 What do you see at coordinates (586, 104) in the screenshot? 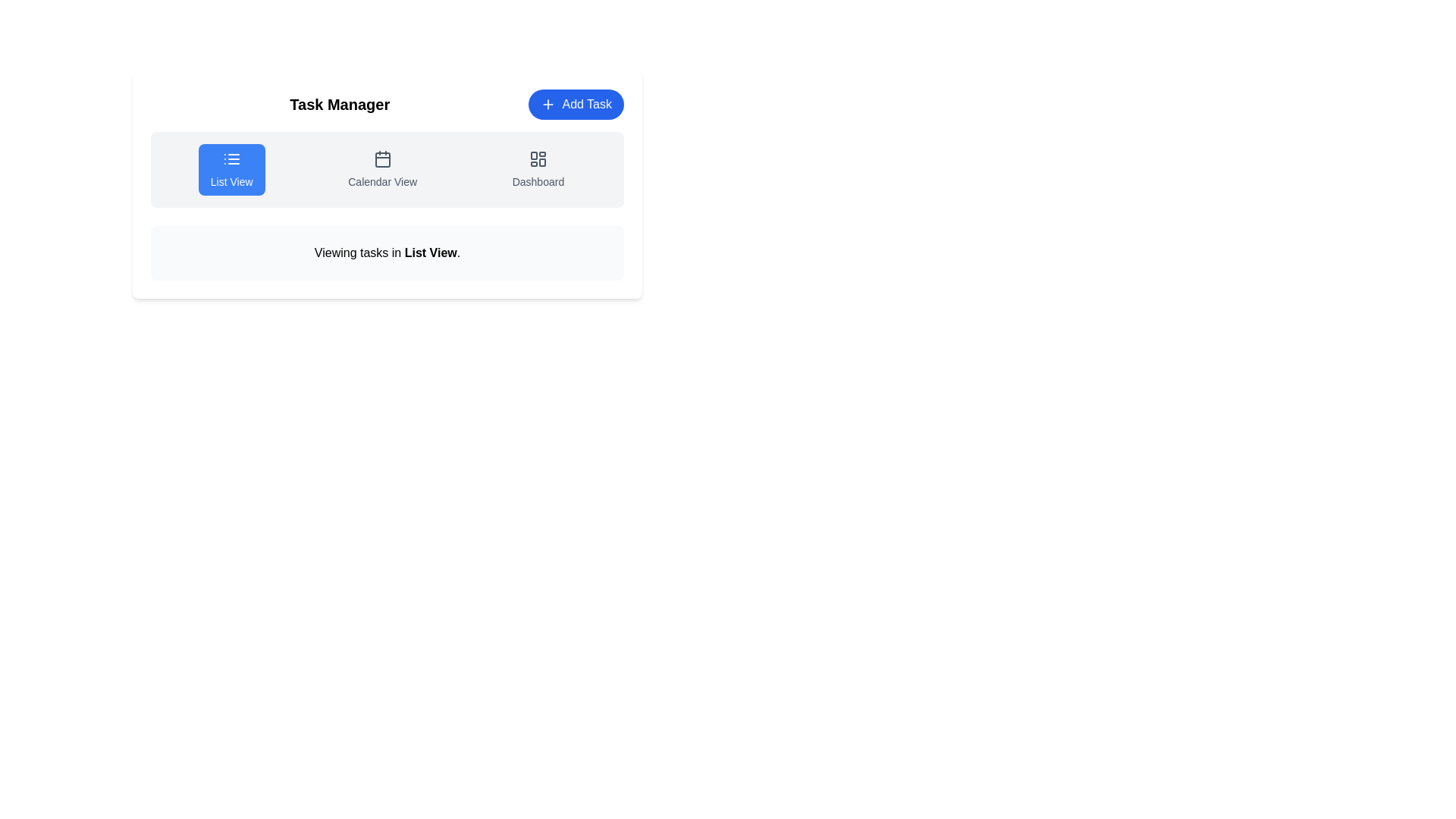
I see `text label displaying 'Add Task' located in the header section towards the top right corner of the interface, part of a blue button with a '+' icon` at bounding box center [586, 104].